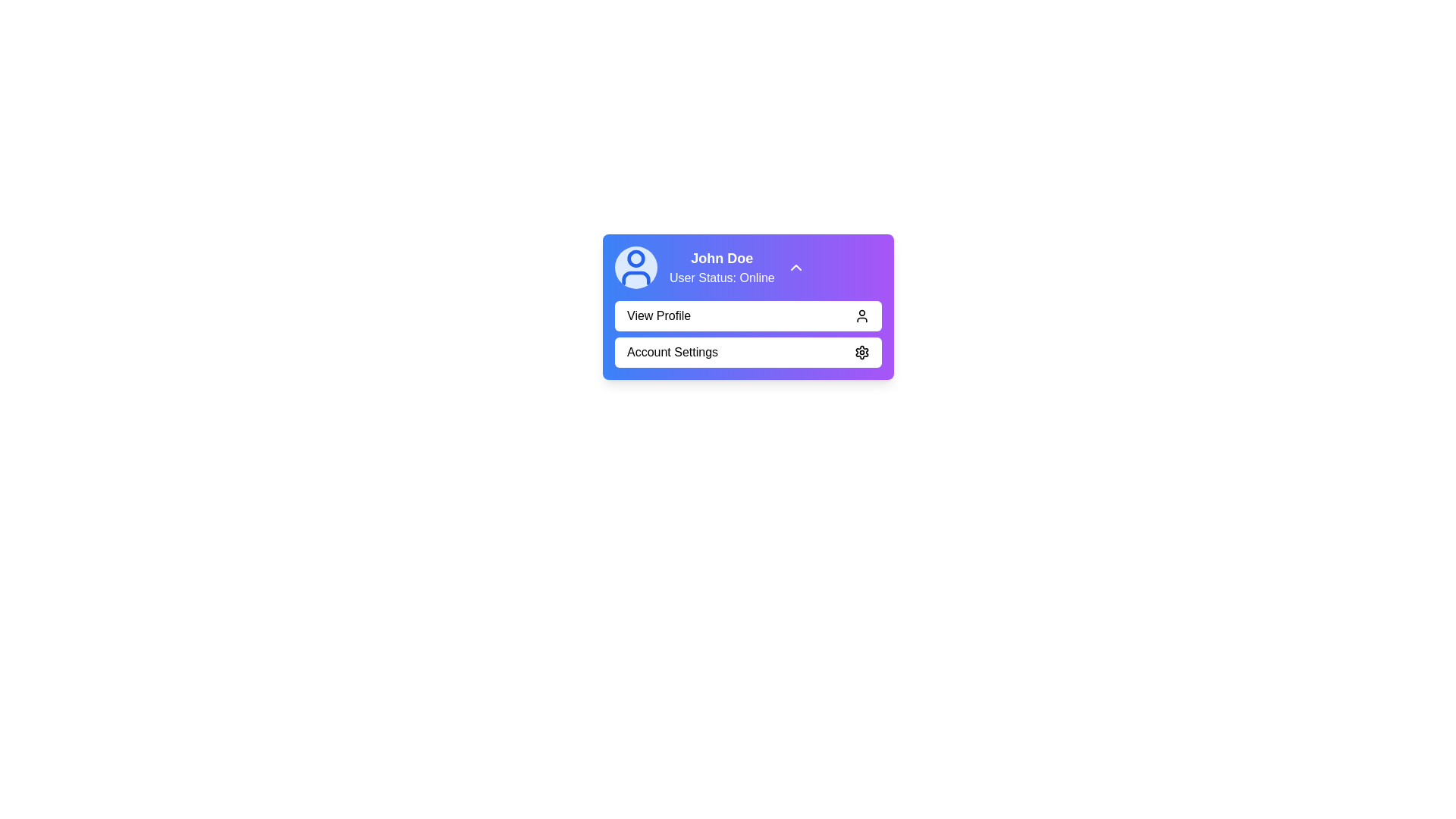 The image size is (1456, 819). What do you see at coordinates (636, 257) in the screenshot?
I see `the circular icon representing the user's avatar in the profile card, which is centrally positioned within the user profile icon` at bounding box center [636, 257].